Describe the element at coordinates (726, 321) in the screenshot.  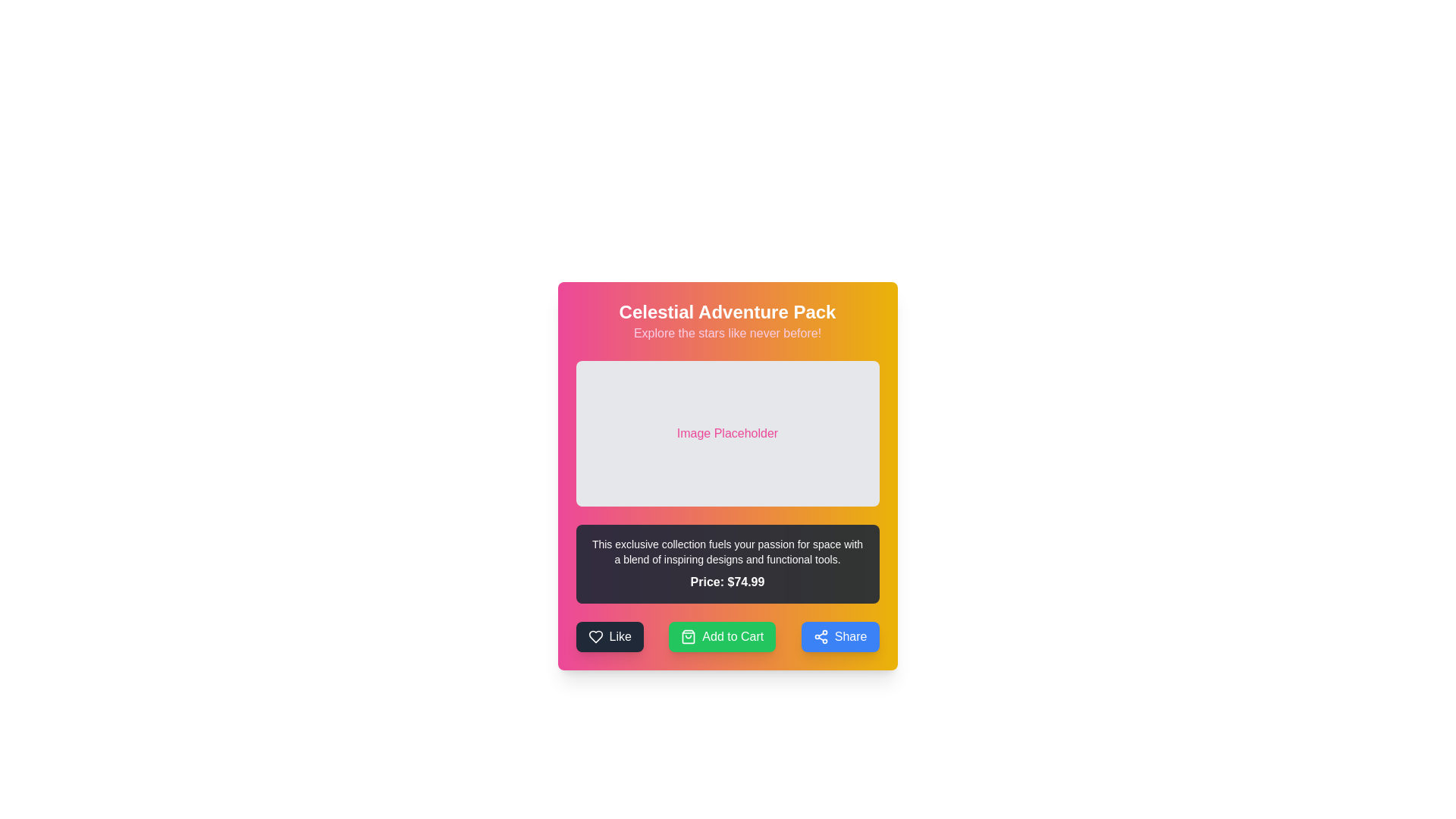
I see `the text block titled 'Celestial Adventure Pack' which features a bold large white title and a pink subtitle, located at the top of its card structure` at that location.